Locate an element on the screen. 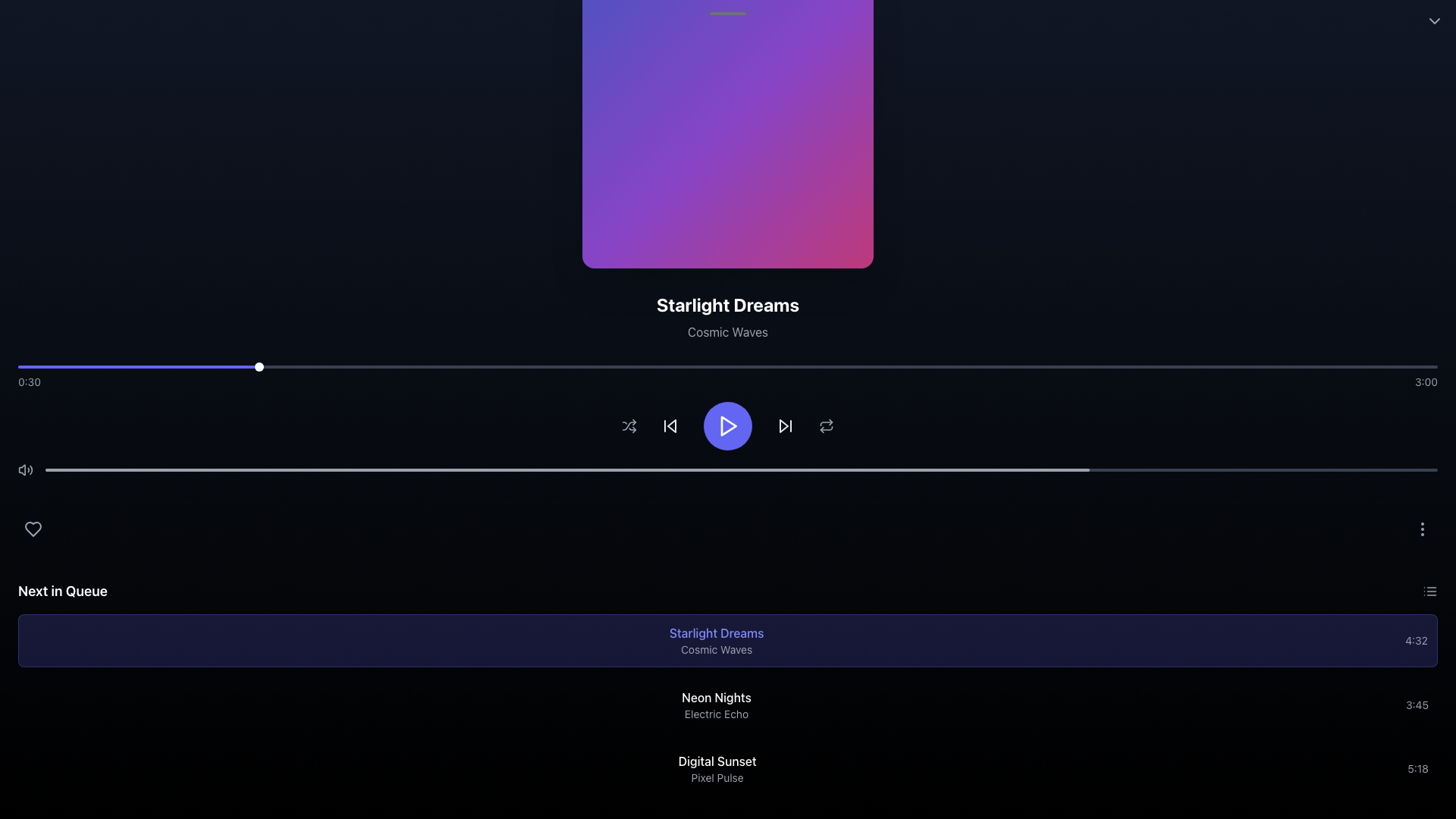 The width and height of the screenshot is (1456, 819). the playback progress is located at coordinates (1409, 469).